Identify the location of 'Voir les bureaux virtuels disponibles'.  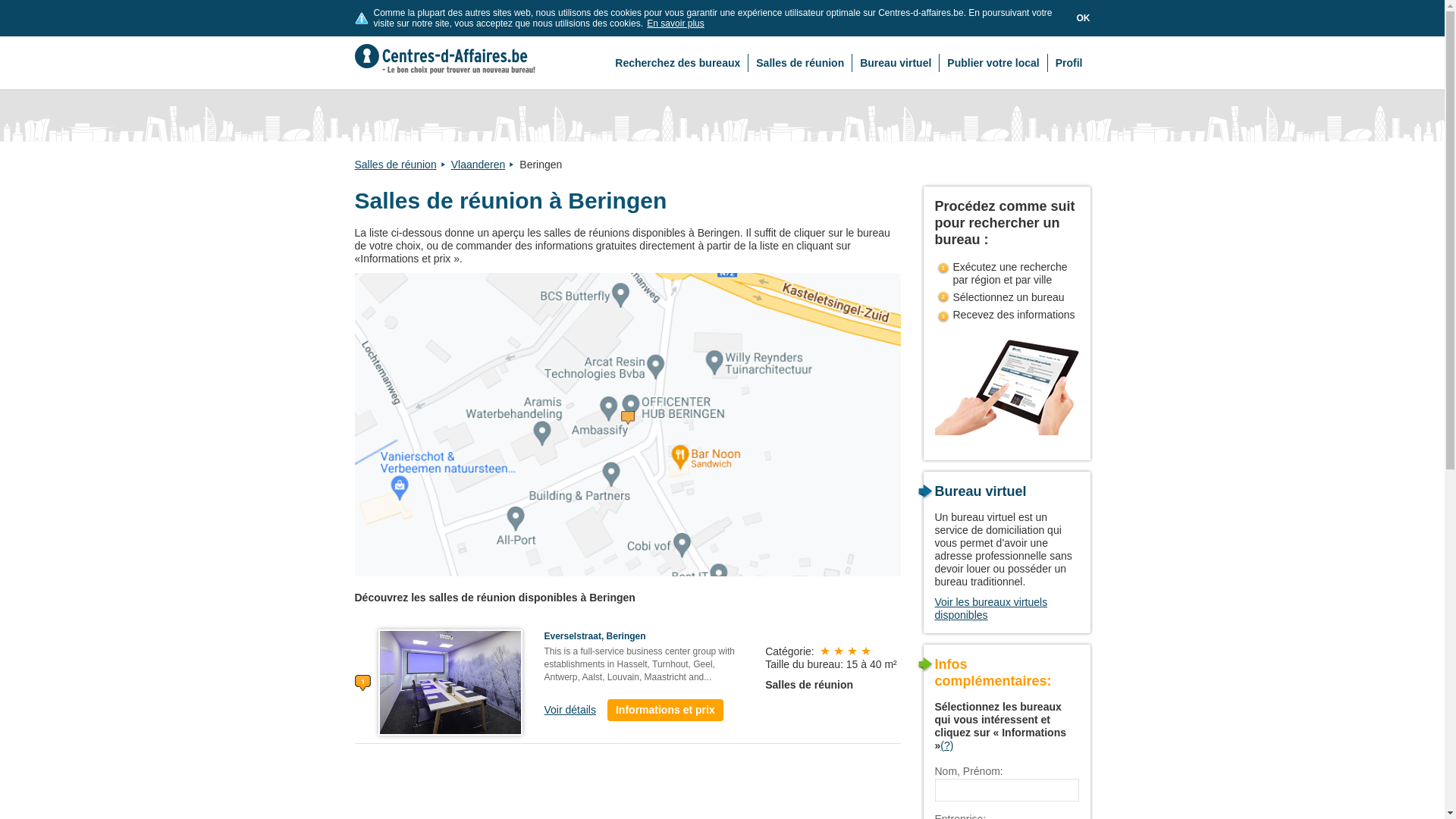
(990, 607).